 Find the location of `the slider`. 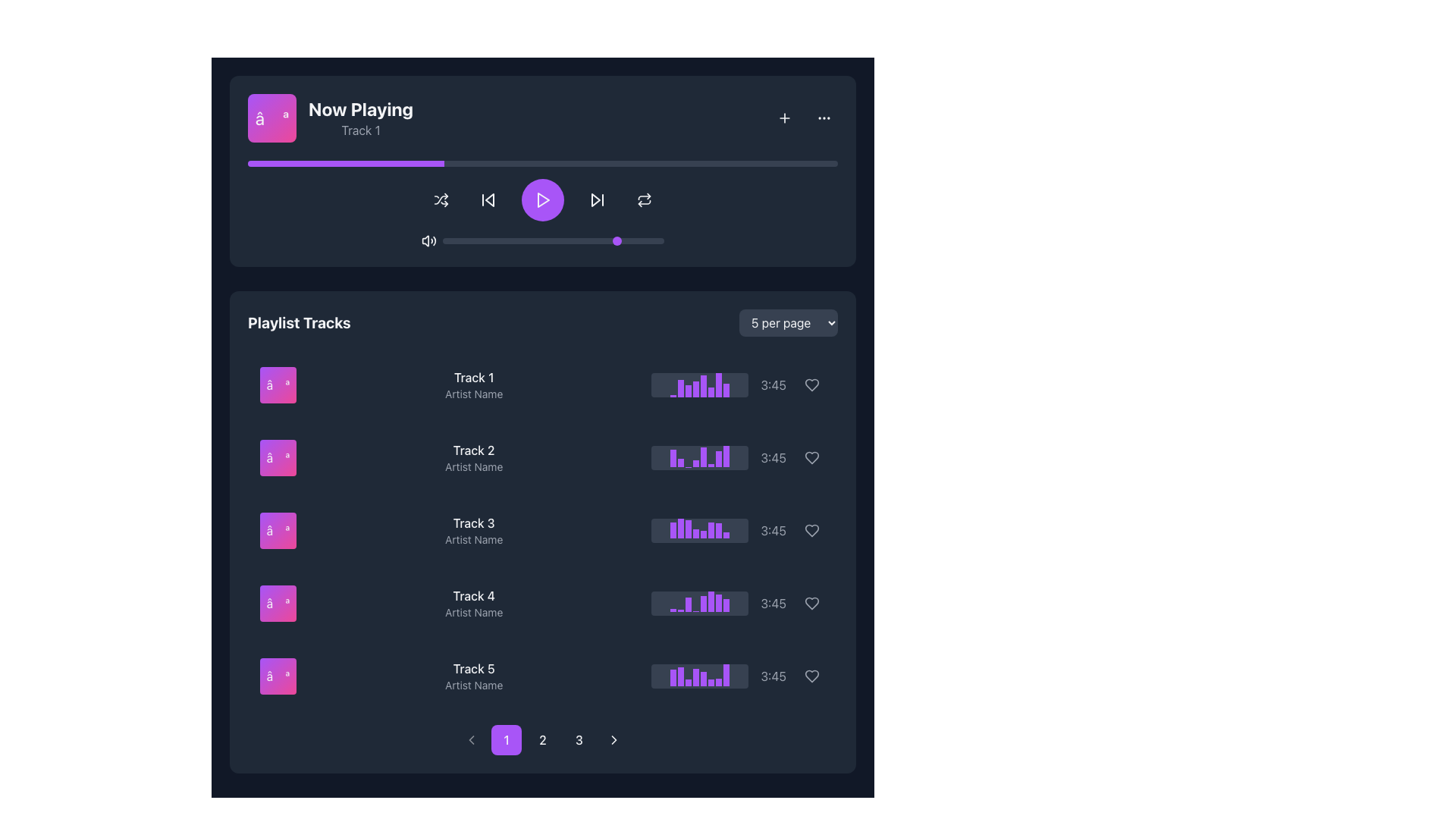

the slider is located at coordinates (460, 240).